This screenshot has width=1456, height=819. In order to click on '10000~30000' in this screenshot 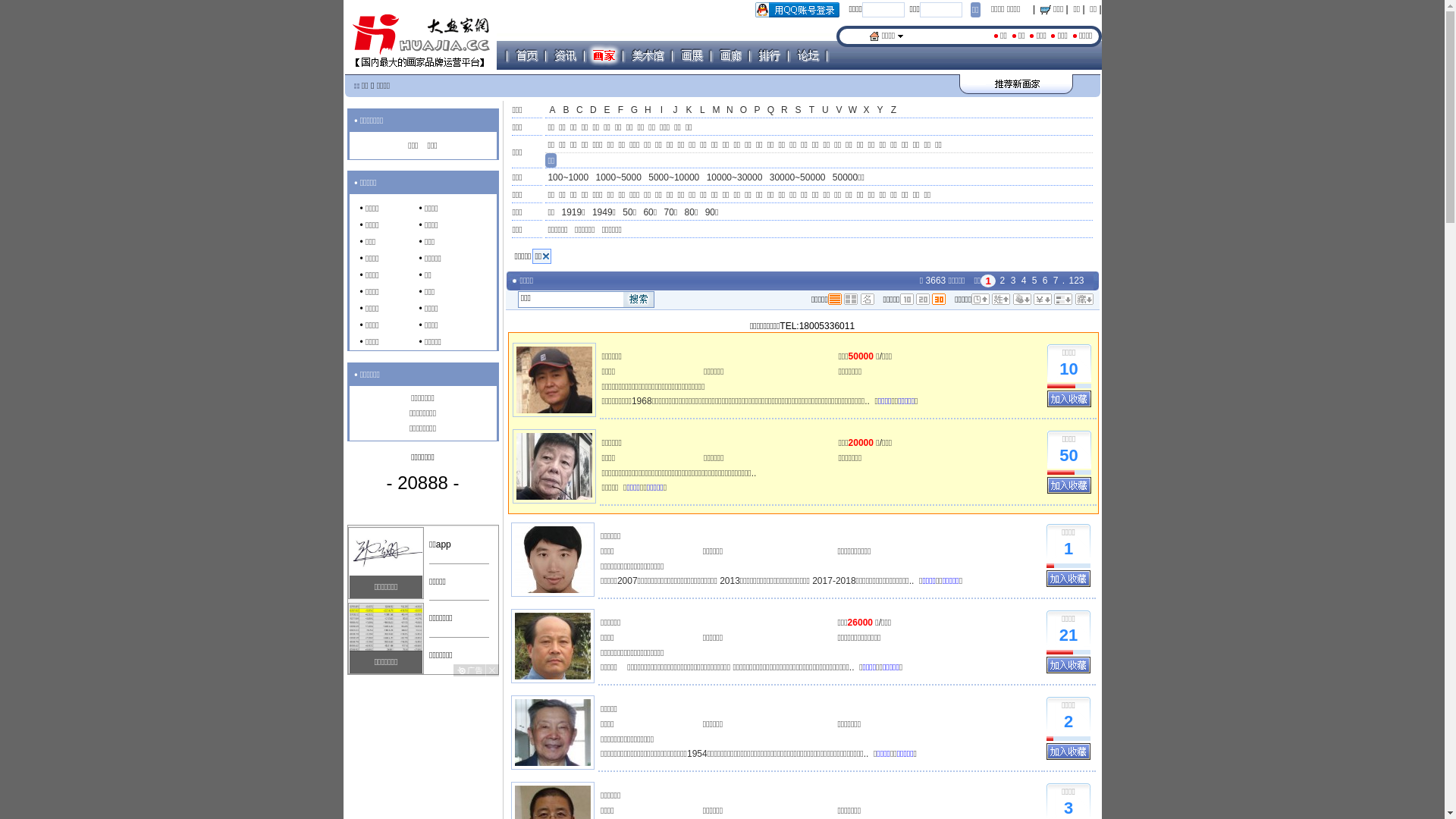, I will do `click(735, 177)`.